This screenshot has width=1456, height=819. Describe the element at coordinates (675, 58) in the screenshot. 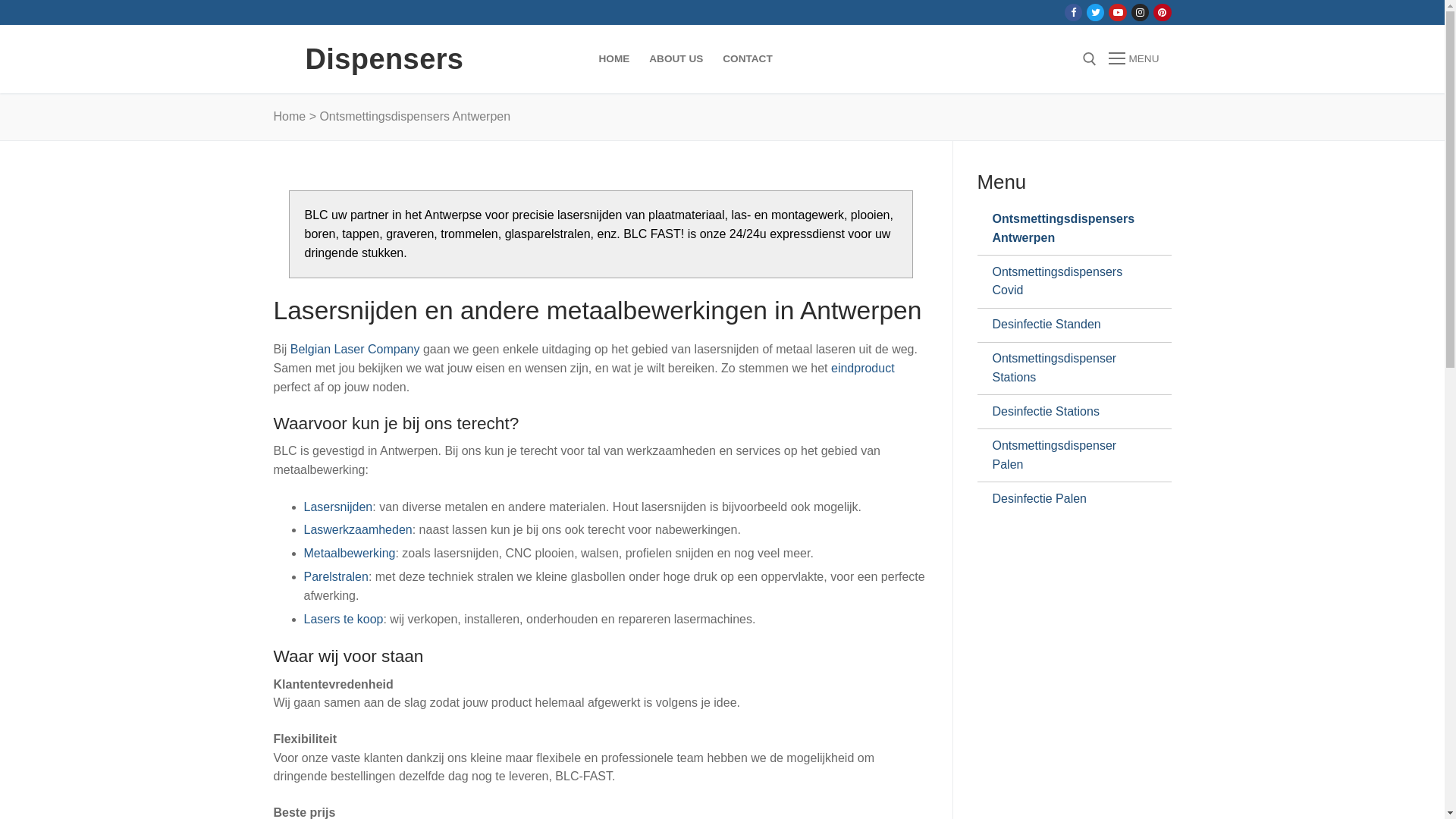

I see `'ABOUT US'` at that location.